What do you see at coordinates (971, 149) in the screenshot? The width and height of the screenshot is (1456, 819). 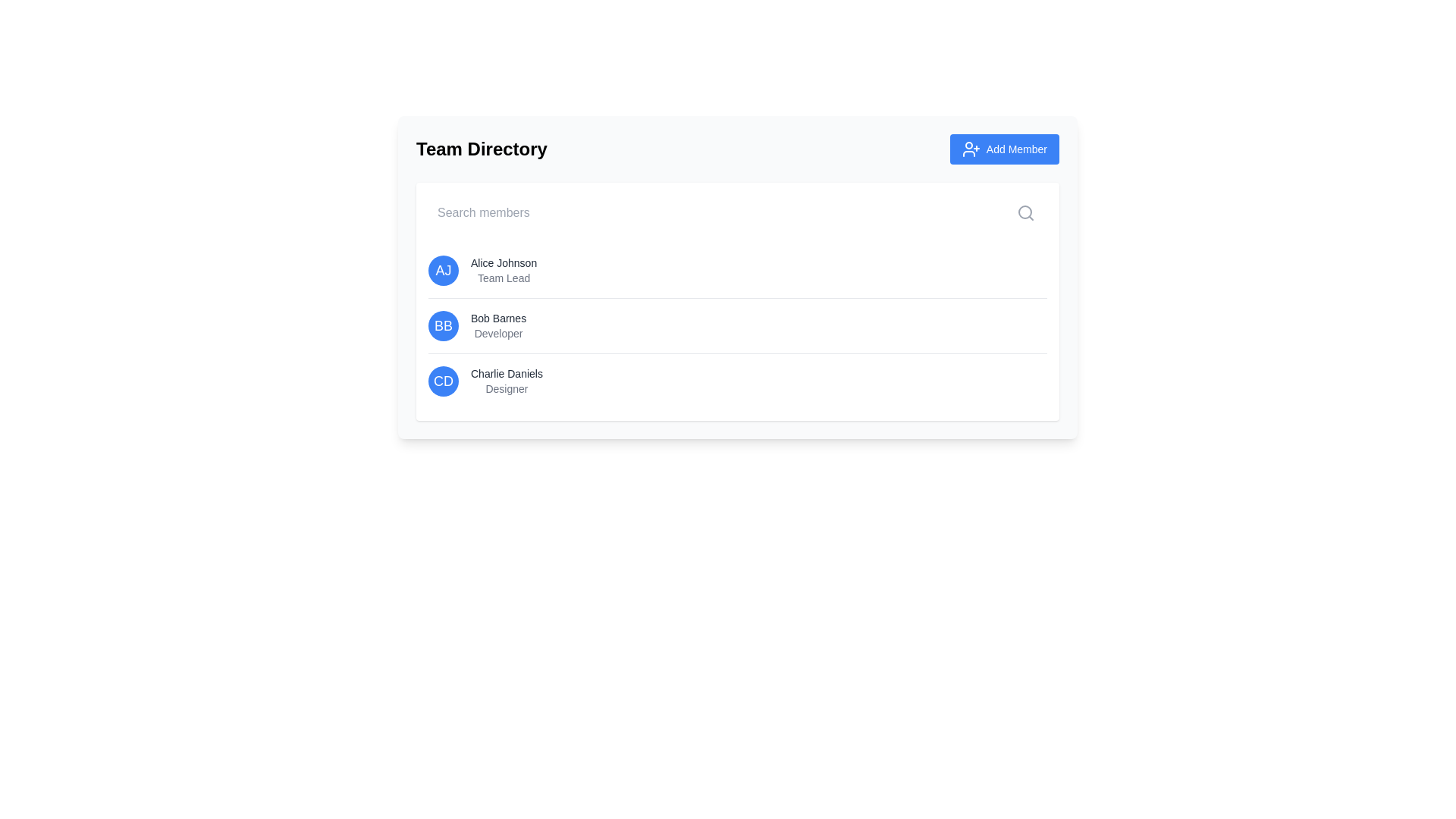 I see `the 'Add Member' icon located at the top-right corner of the visible card` at bounding box center [971, 149].